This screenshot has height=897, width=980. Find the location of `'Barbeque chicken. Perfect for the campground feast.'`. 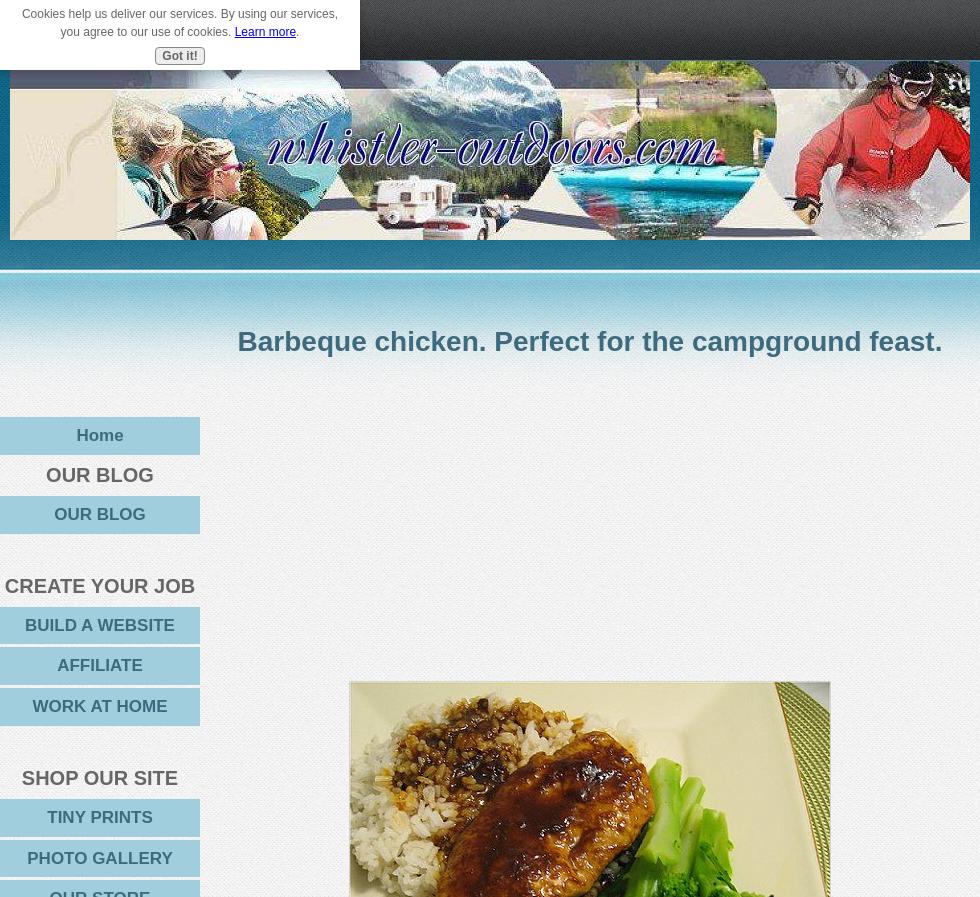

'Barbeque chicken. Perfect for the campground feast.' is located at coordinates (589, 340).